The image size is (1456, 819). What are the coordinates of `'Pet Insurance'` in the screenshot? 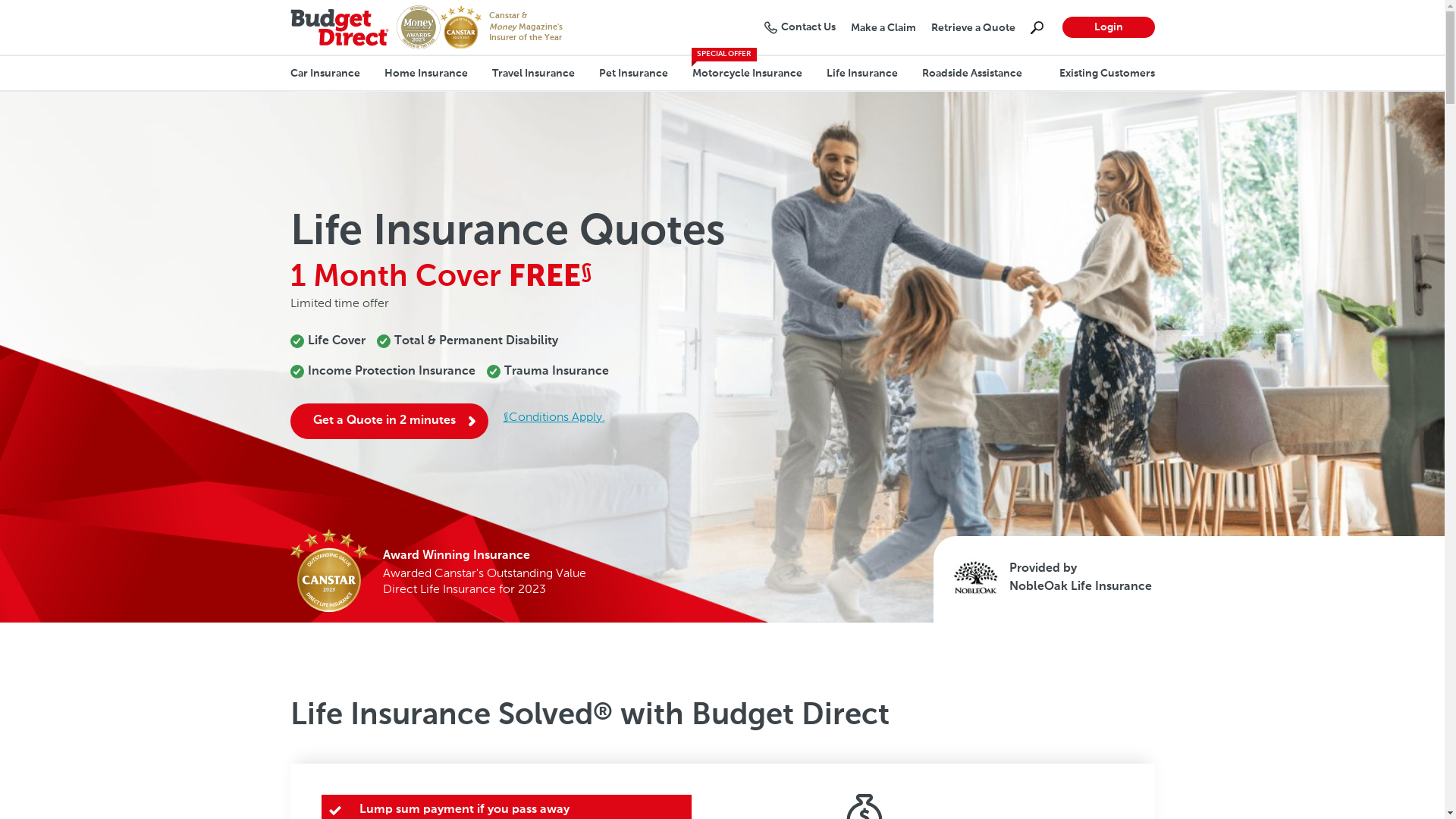 It's located at (633, 74).